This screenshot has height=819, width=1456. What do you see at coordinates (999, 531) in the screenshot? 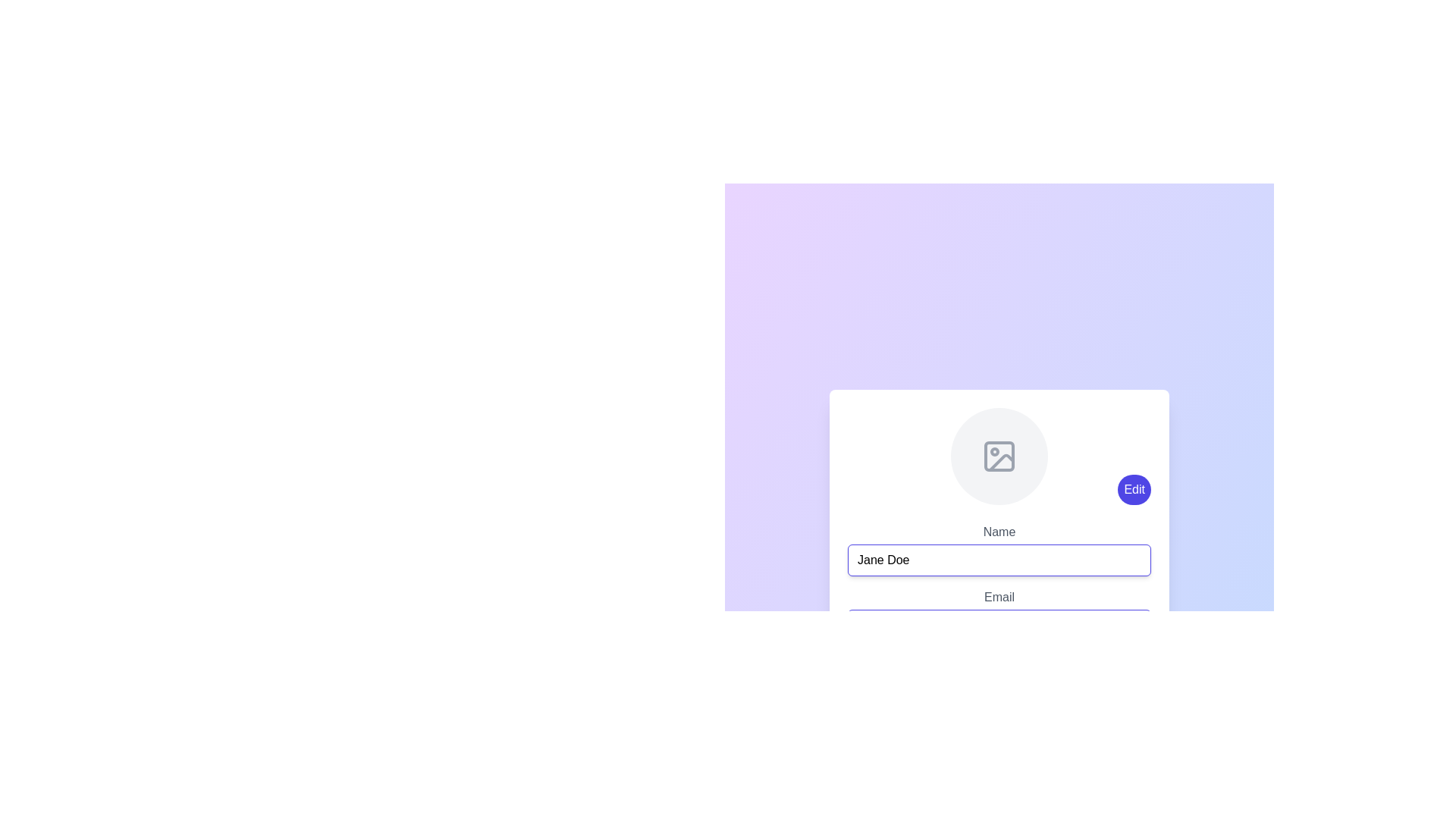
I see `the text label that contains the word 'Name', which is styled in gray and positioned directly above the input field labeled 'Jane Doe'` at bounding box center [999, 531].